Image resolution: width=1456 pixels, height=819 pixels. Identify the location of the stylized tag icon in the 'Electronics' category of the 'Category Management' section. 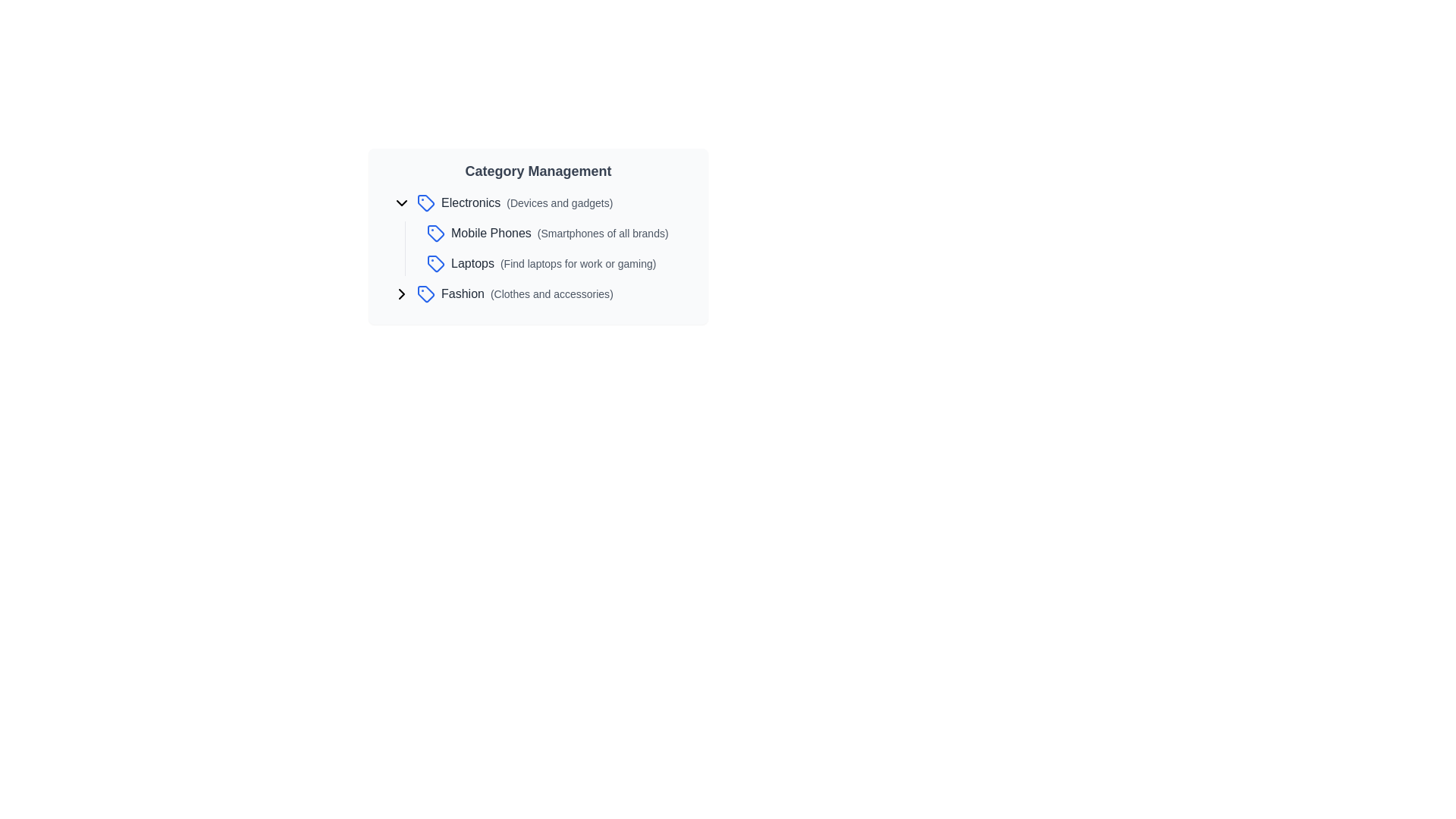
(425, 202).